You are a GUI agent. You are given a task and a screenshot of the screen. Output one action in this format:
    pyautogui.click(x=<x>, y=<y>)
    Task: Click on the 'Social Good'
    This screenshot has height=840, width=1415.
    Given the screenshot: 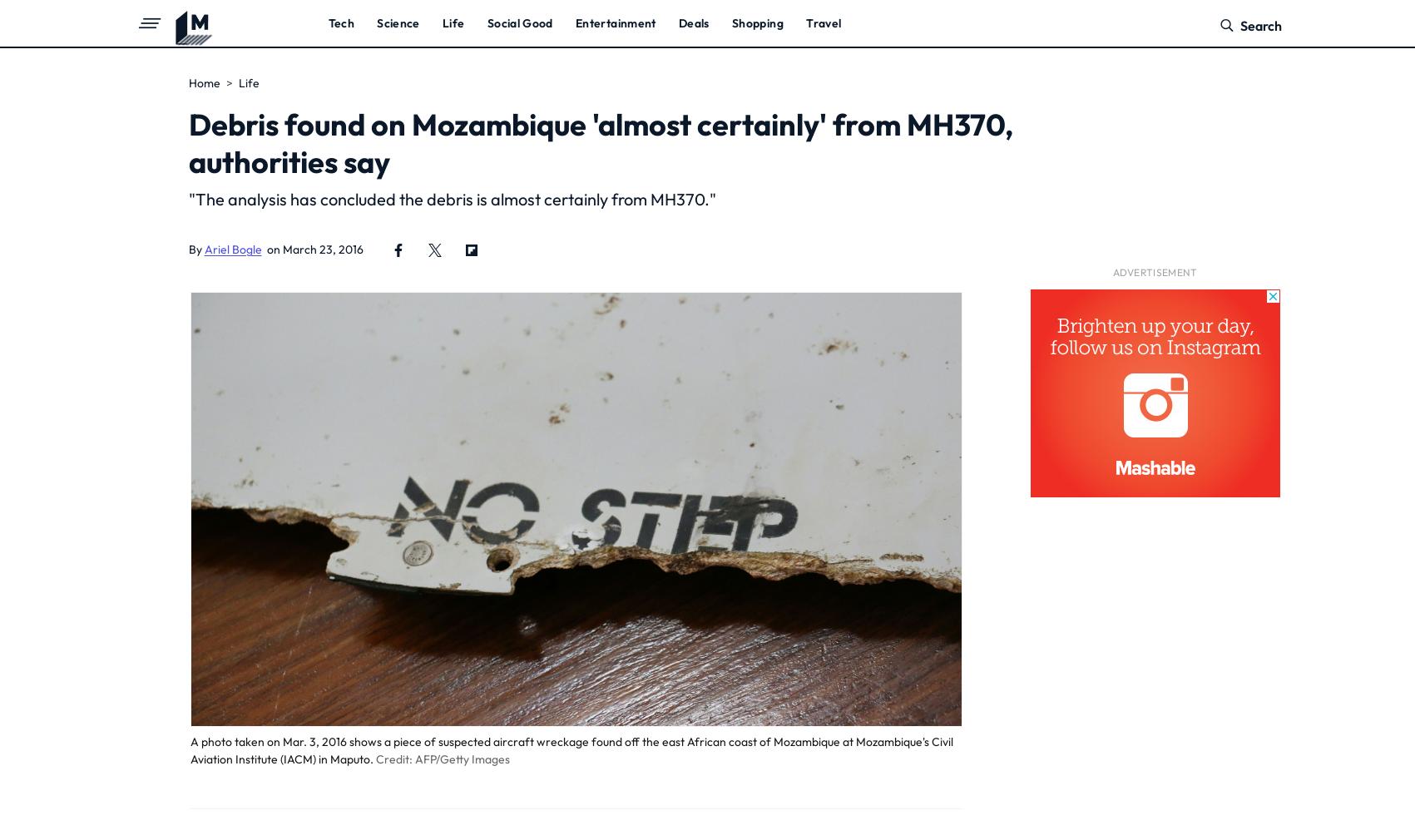 What is the action you would take?
    pyautogui.click(x=486, y=22)
    